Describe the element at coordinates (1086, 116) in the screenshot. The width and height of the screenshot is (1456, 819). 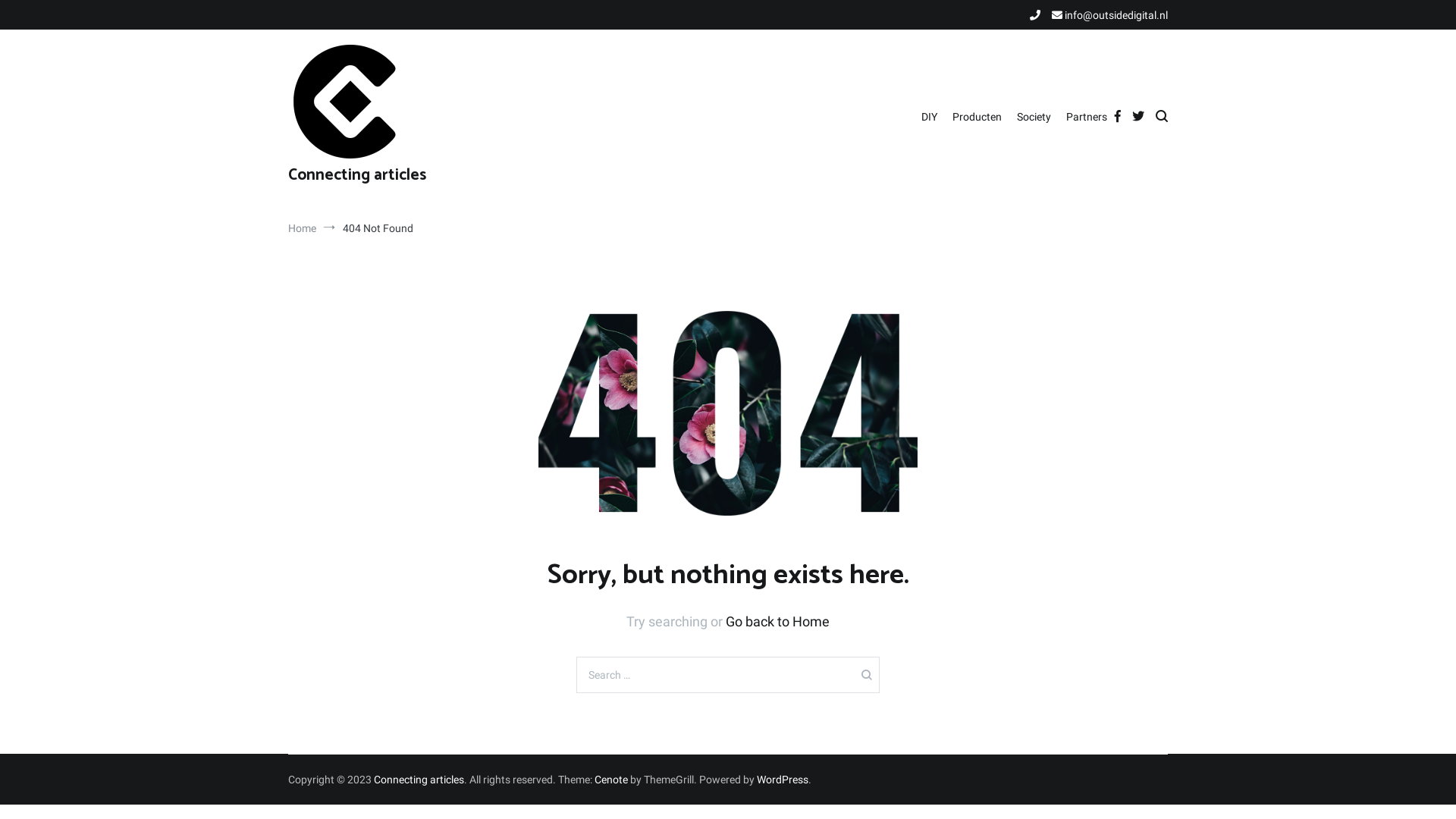
I see `'Partners'` at that location.